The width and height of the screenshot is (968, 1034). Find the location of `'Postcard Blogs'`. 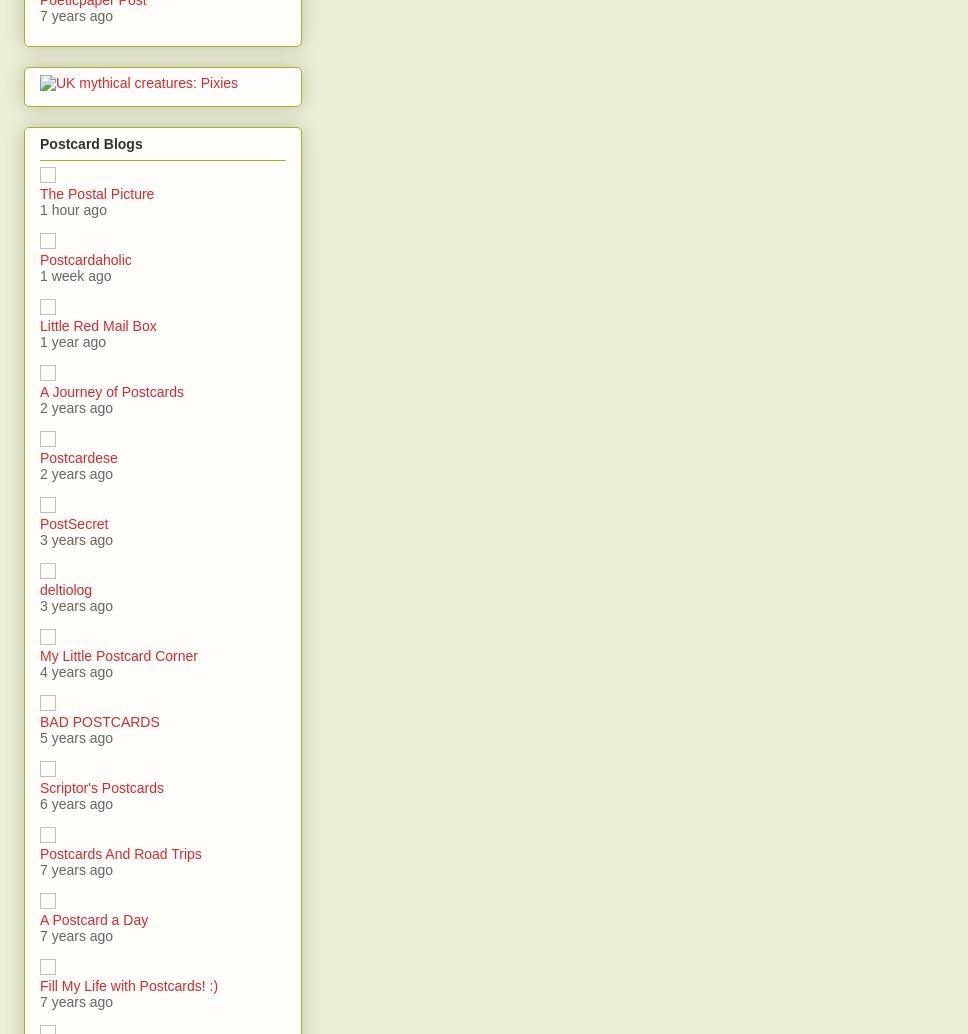

'Postcard Blogs' is located at coordinates (90, 144).